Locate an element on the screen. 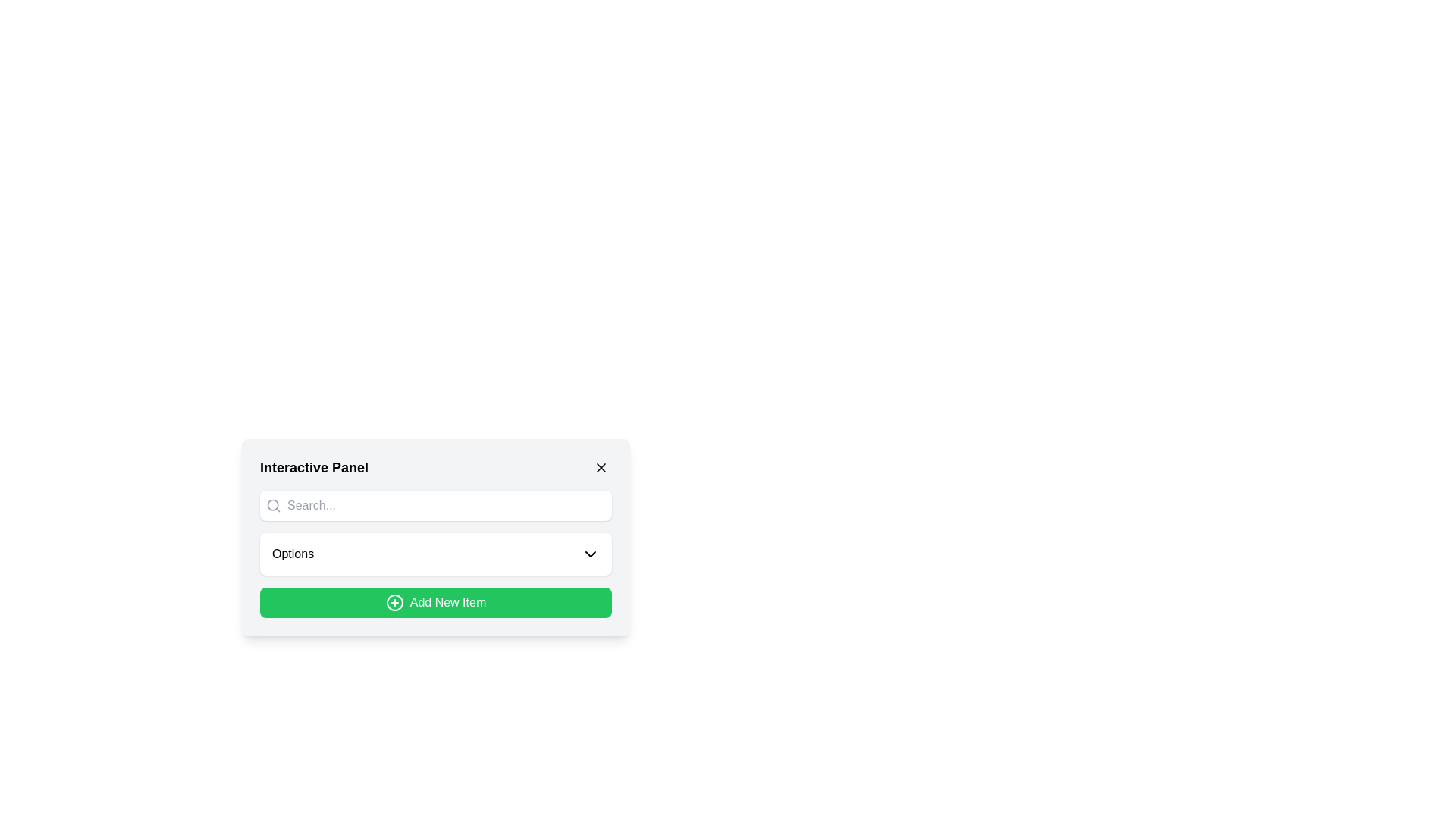  the SVG graphic element that is part of the search icon located to the left of the search text input field in the Interactive Panel is located at coordinates (273, 505).